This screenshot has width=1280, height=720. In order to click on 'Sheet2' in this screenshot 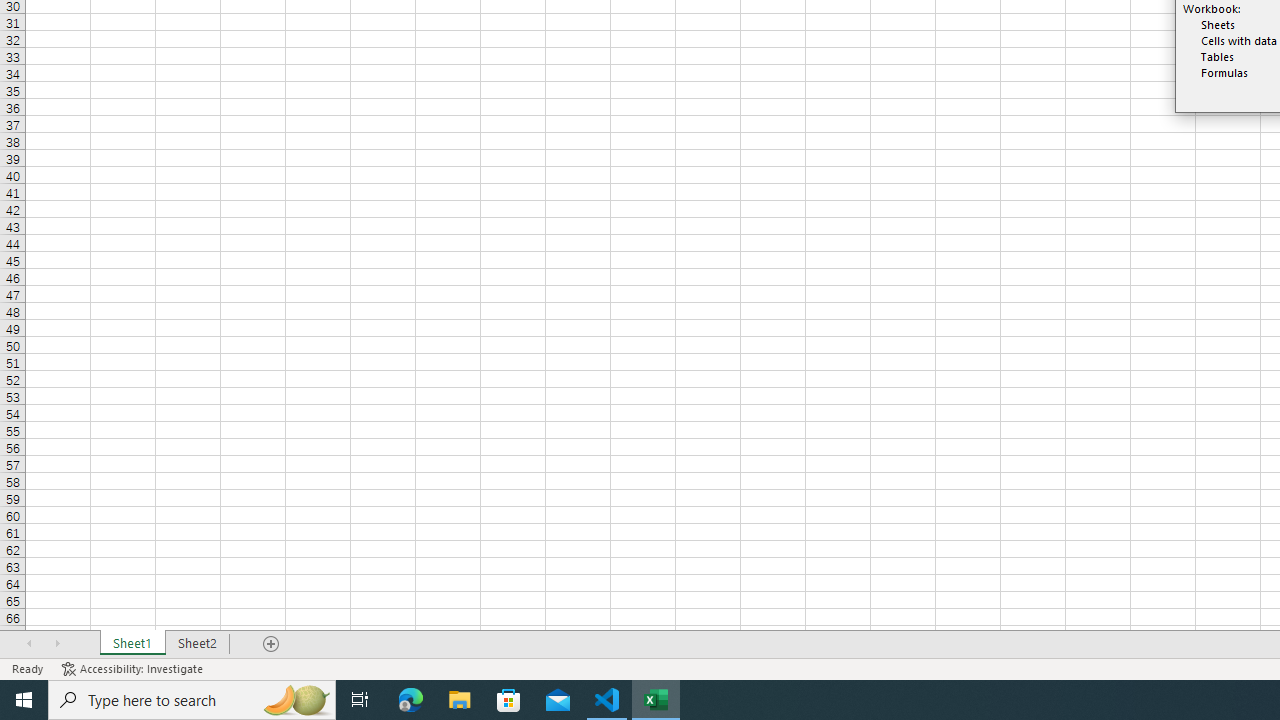, I will do `click(197, 644)`.